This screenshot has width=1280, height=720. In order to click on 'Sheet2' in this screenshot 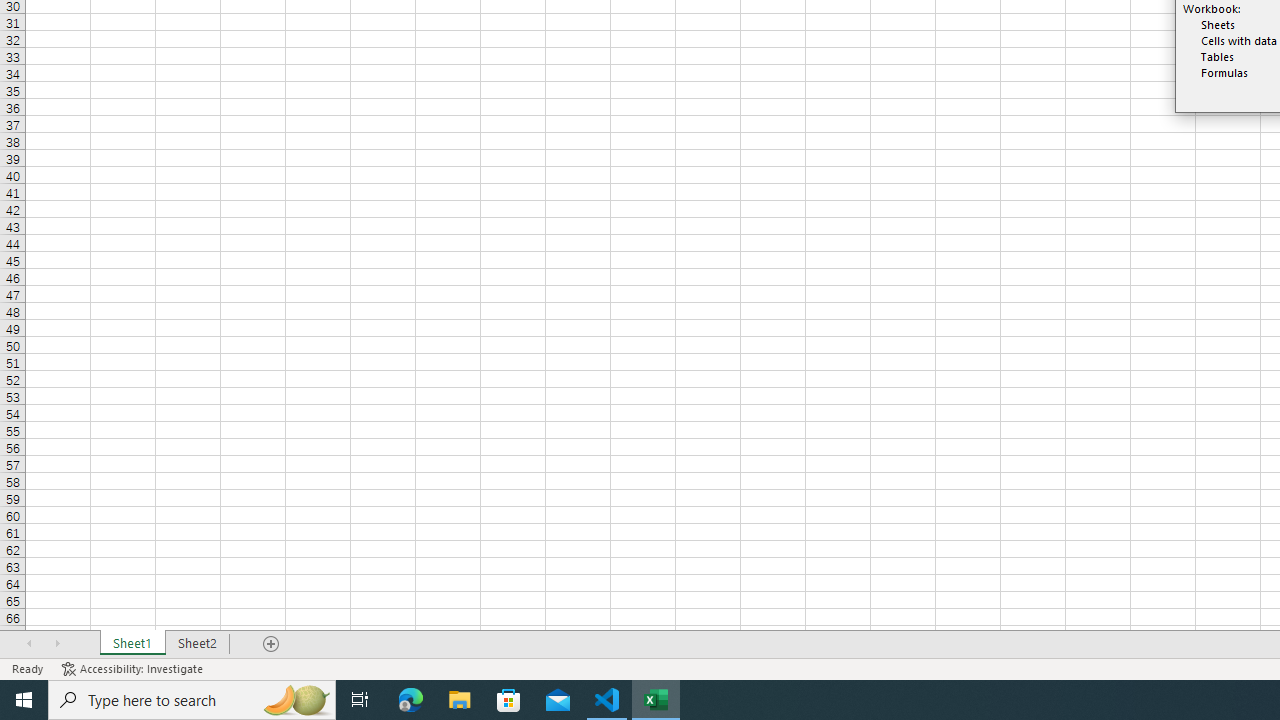, I will do `click(197, 644)`.